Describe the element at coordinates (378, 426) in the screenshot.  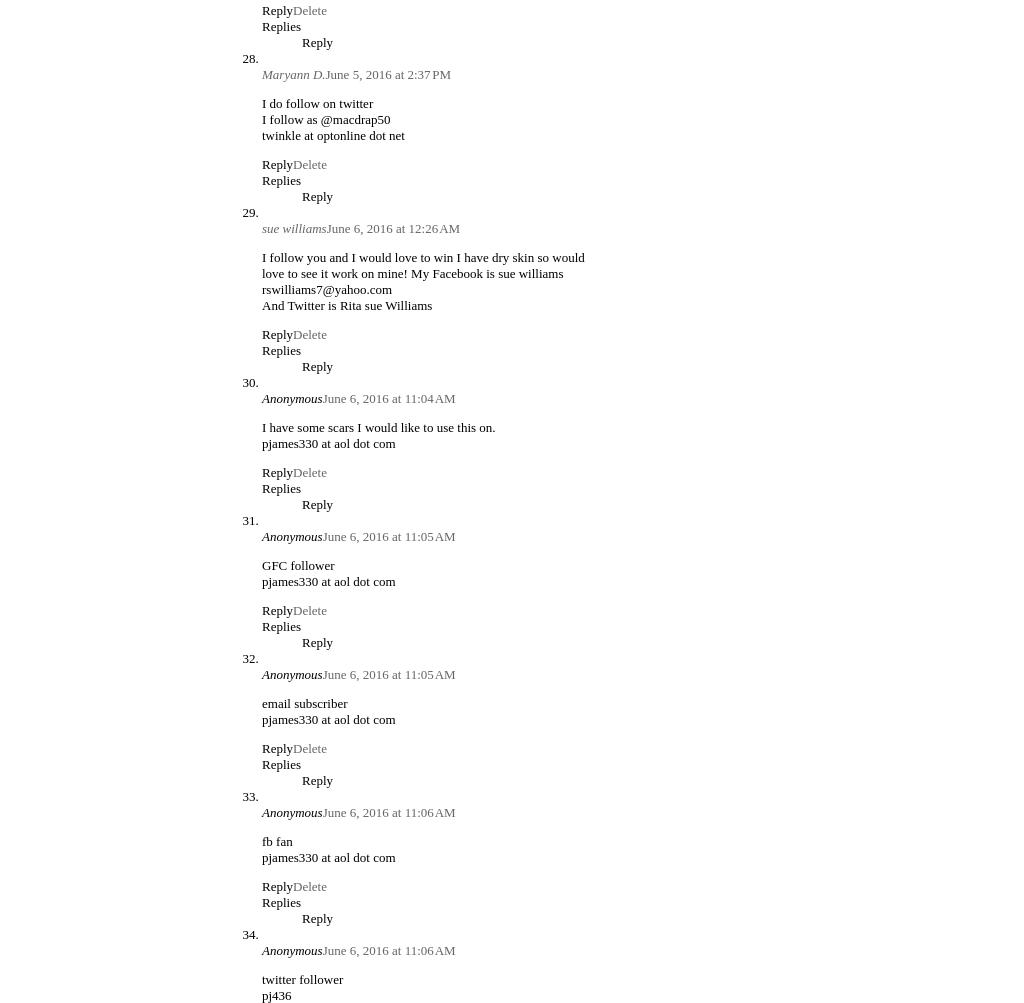
I see `'I have some scars I would like to use this on.'` at that location.